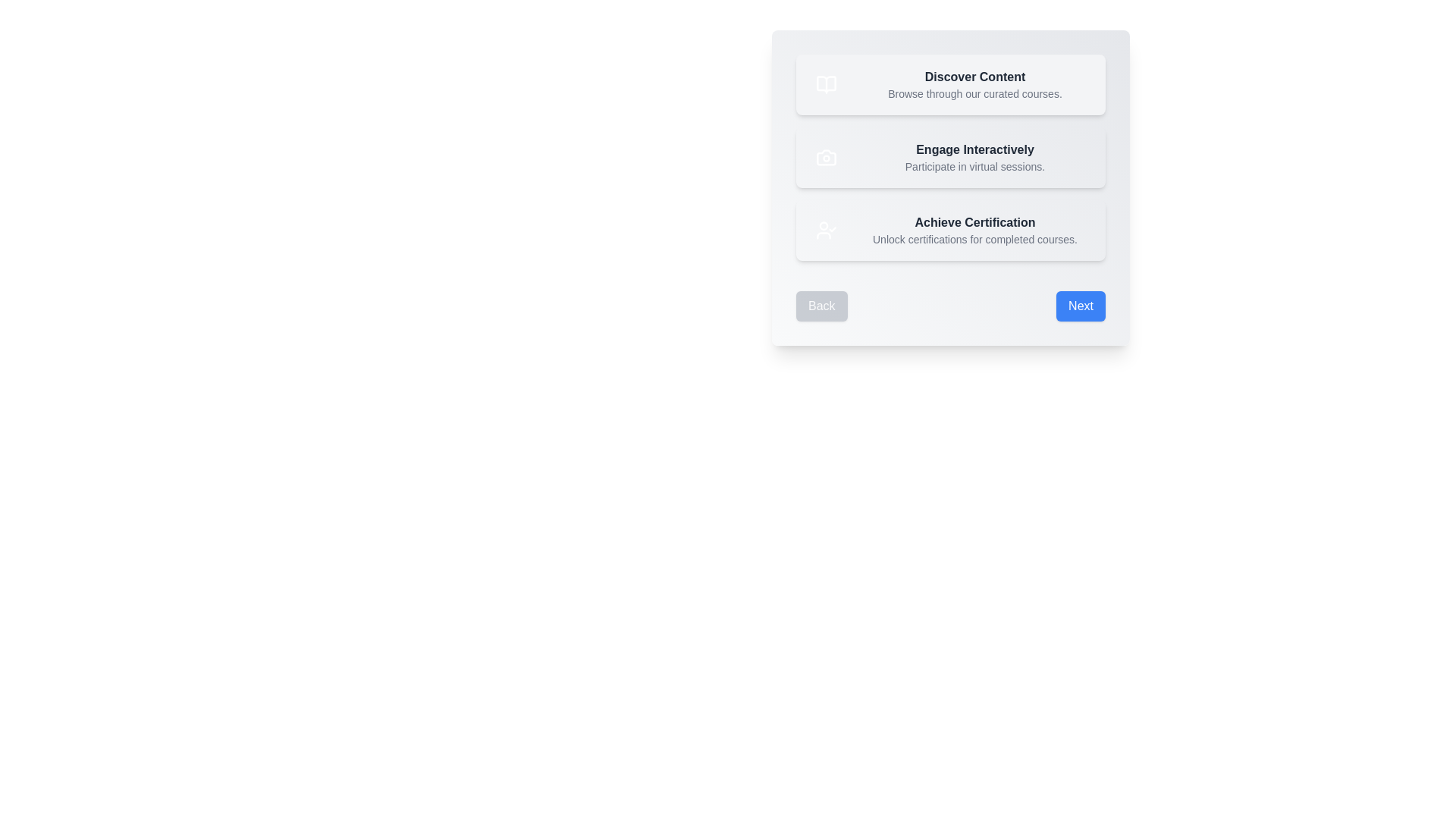  What do you see at coordinates (1080, 306) in the screenshot?
I see `'Next' button to proceed to the next step` at bounding box center [1080, 306].